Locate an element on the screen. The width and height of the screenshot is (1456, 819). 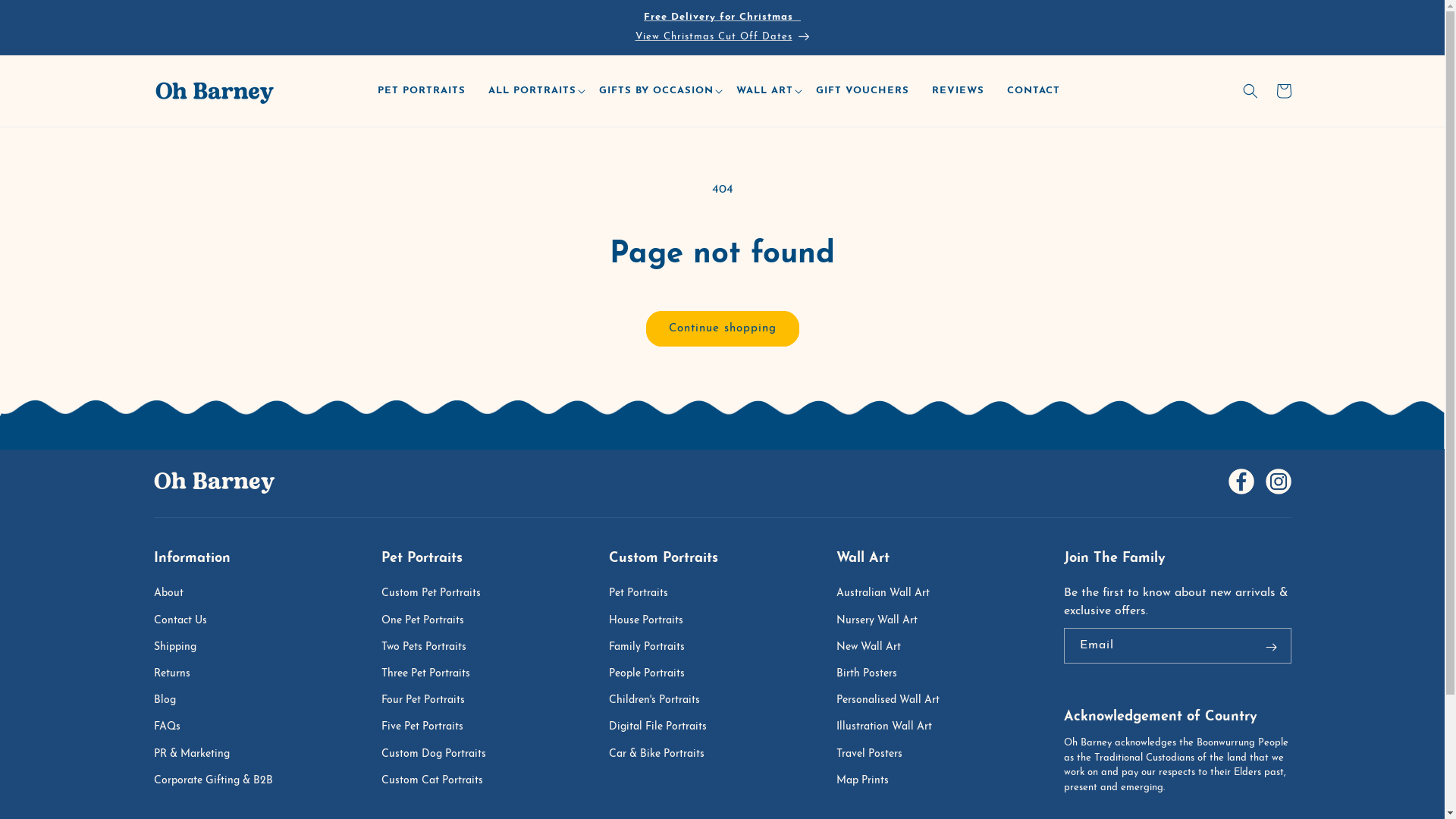
'New Wall Art' is located at coordinates (875, 647).